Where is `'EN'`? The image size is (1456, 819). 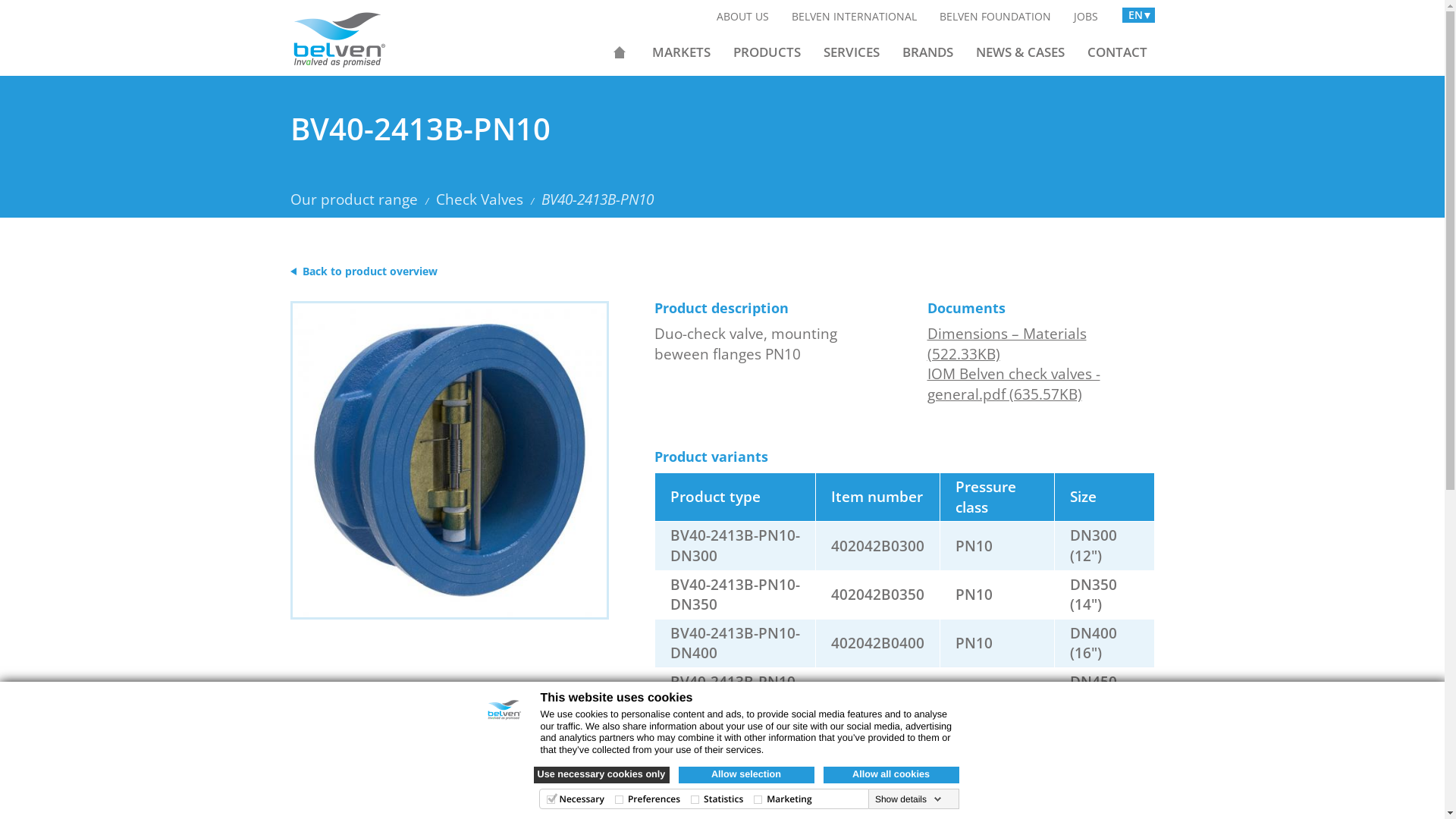
'EN' is located at coordinates (1138, 14).